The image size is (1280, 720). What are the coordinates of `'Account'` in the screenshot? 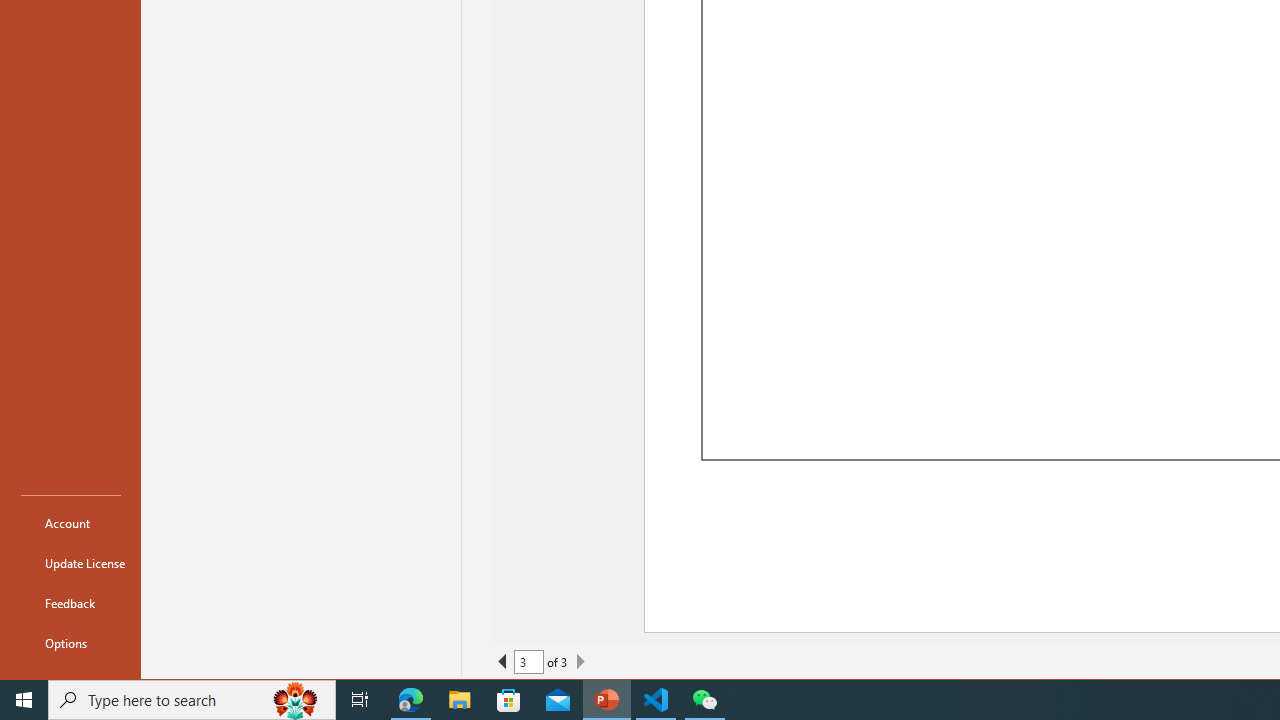 It's located at (71, 522).